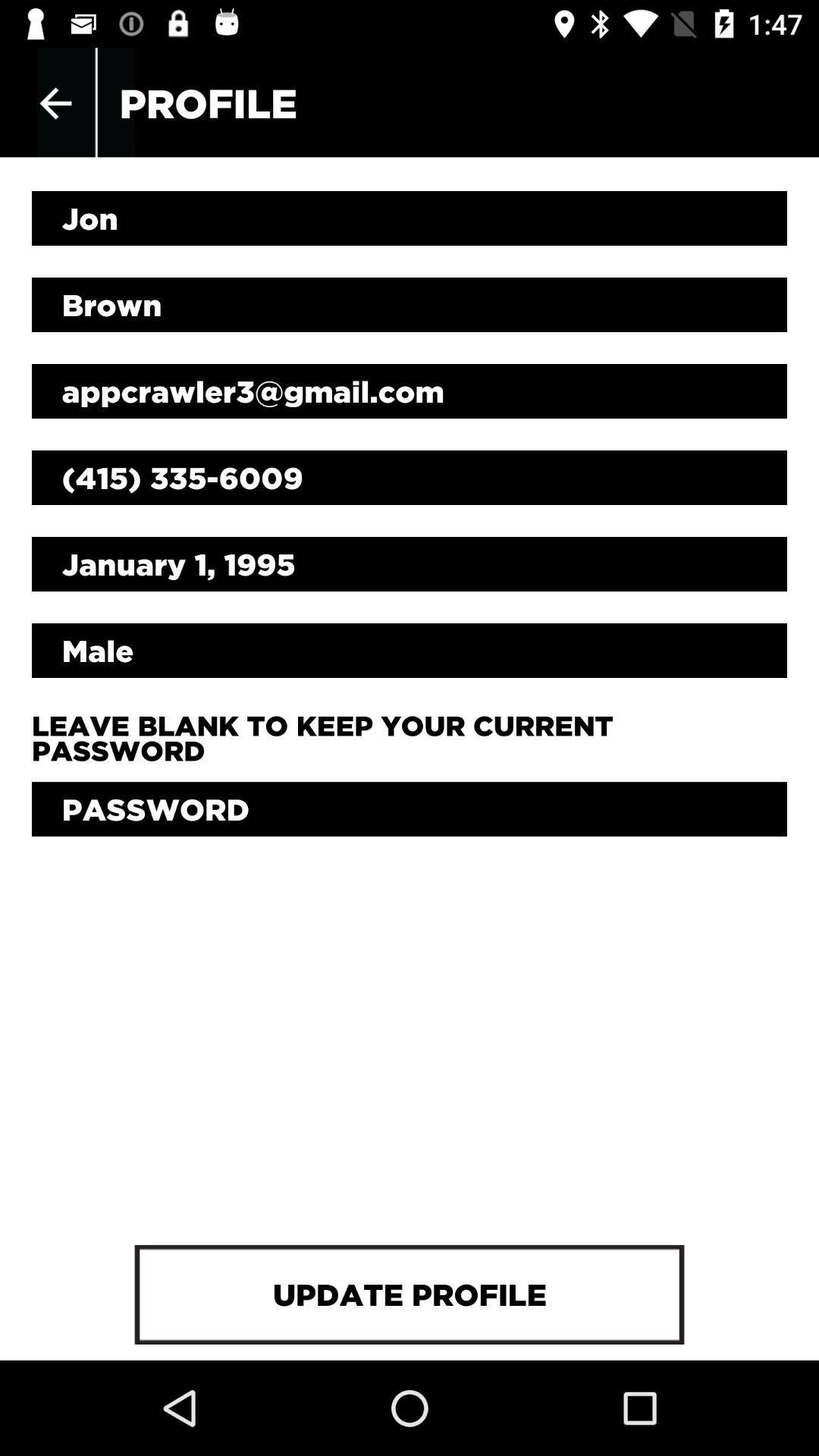  I want to click on icon above the leave blank to item, so click(409, 651).